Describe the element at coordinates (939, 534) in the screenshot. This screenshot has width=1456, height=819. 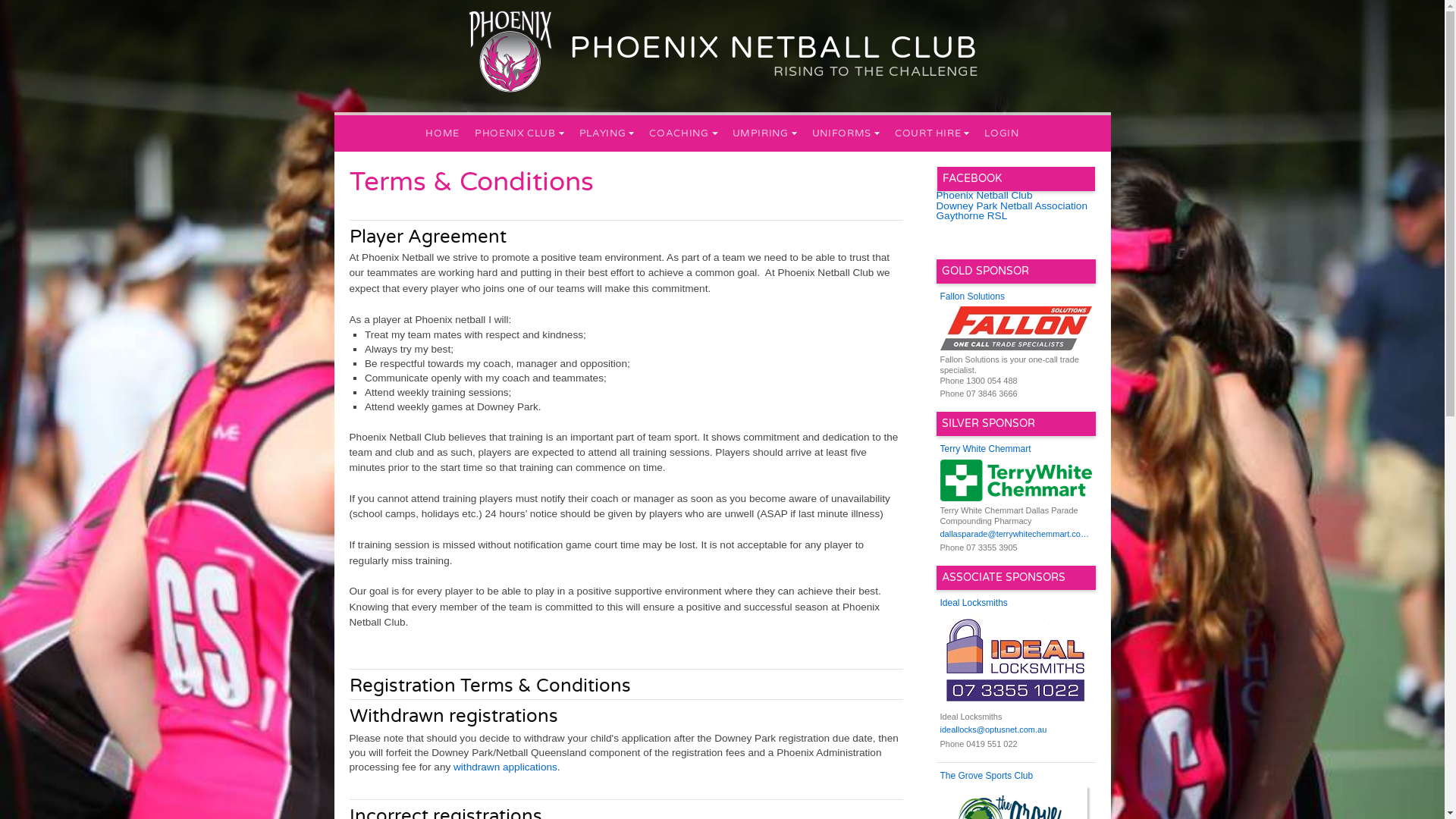
I see `'dallasparade@terrywhitechemmart.com.au'` at that location.